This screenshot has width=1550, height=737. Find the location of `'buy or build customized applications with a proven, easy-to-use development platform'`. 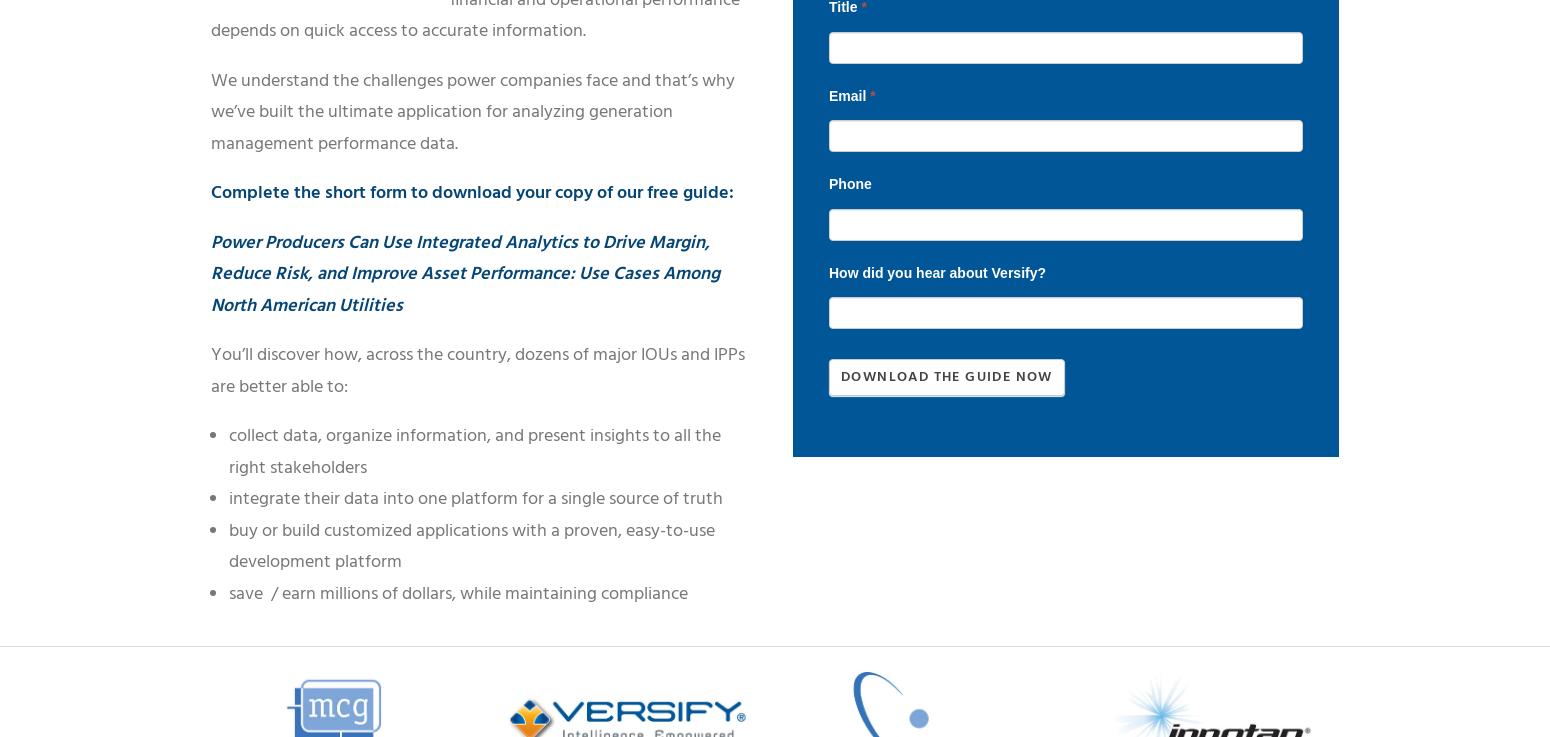

'buy or build customized applications with a proven, easy-to-use development platform' is located at coordinates (470, 546).